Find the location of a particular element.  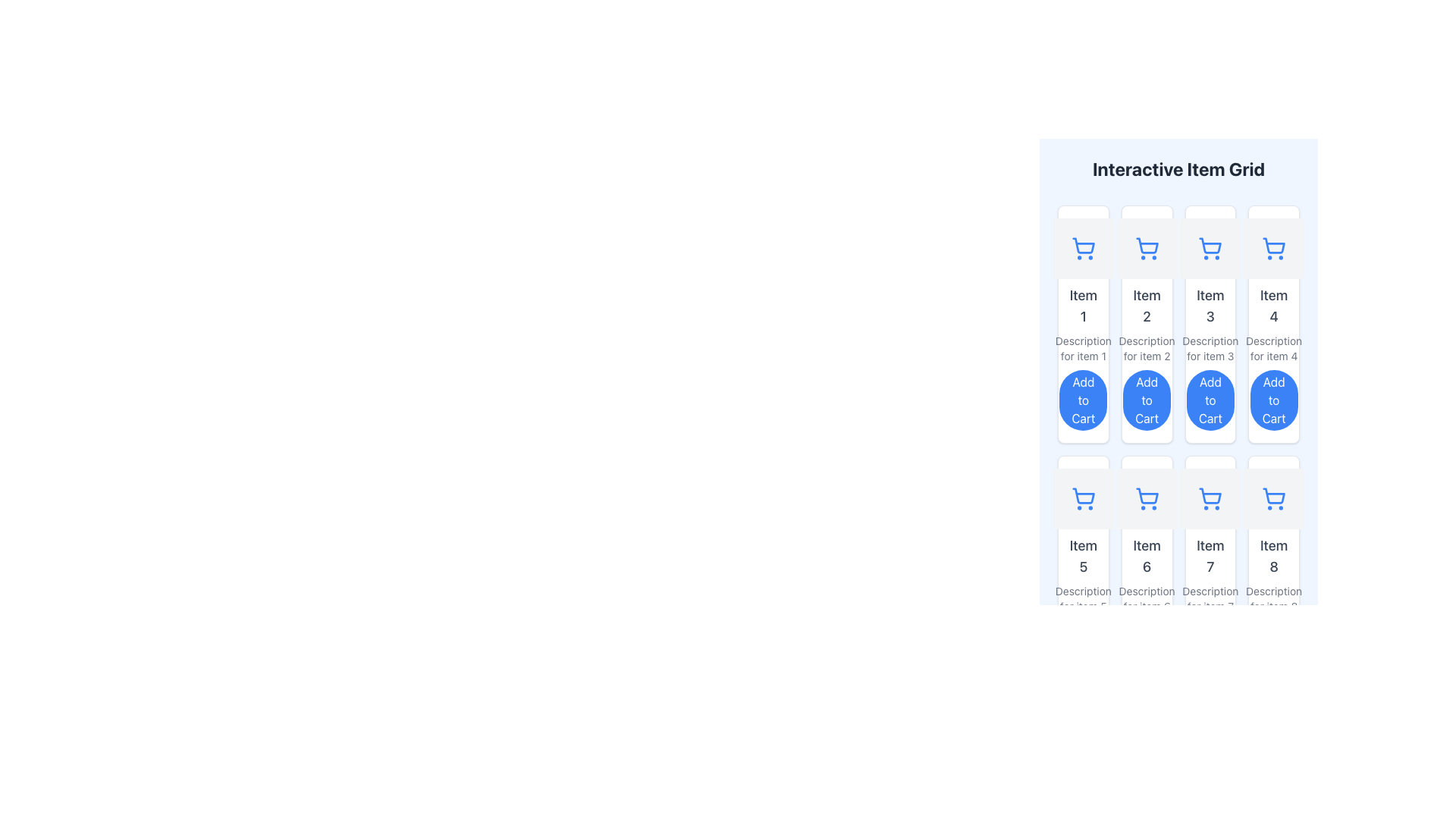

the 'Add to Cart' button, which is a blue rounded rectangular button displaying white text, to trigger a visual effect is located at coordinates (1274, 400).